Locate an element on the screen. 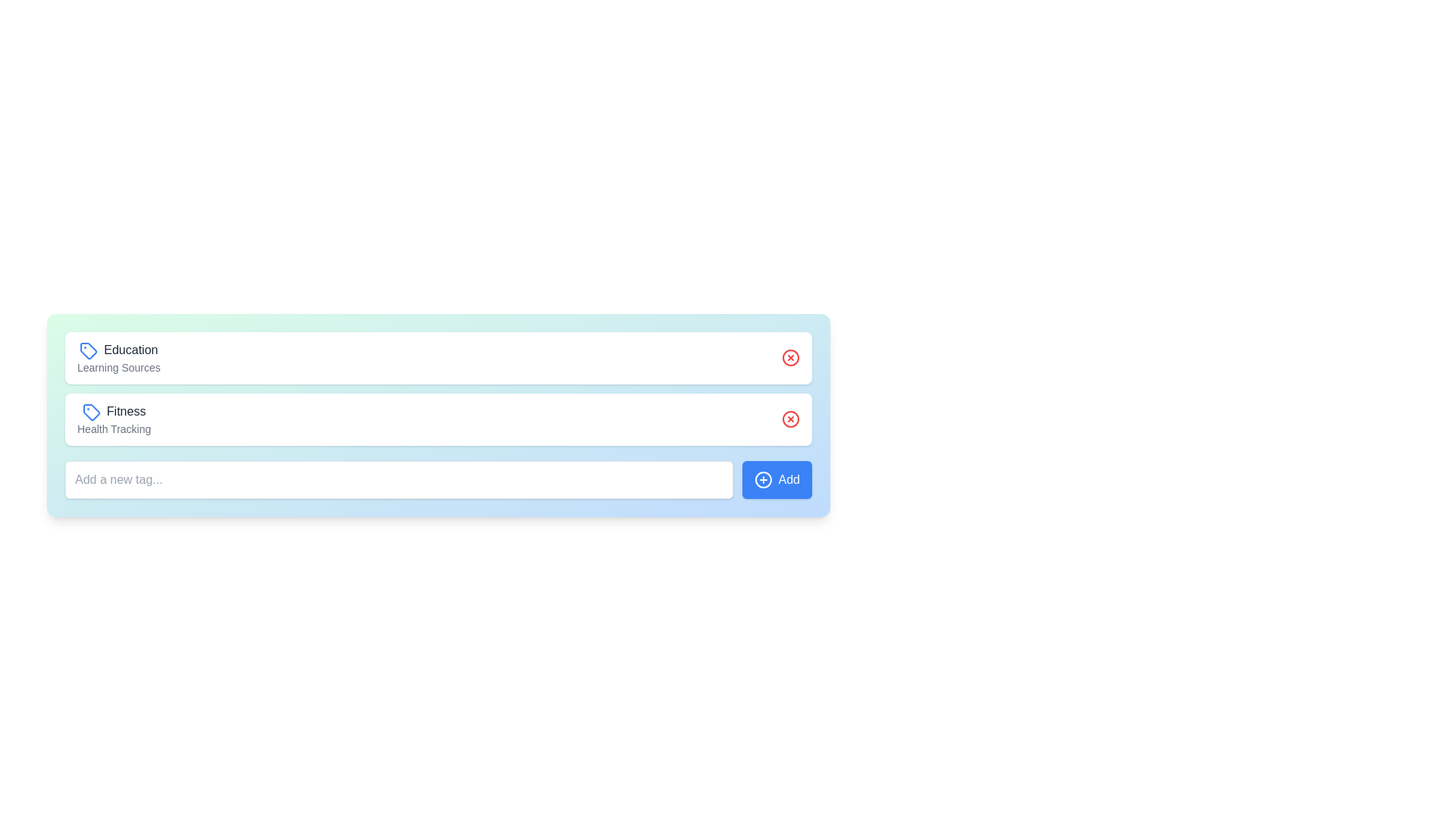 This screenshot has height=819, width=1456. the 'Fitness' label with the accompanying blue tag icon, which is the second item in the vertical list under the 'Education' label is located at coordinates (113, 419).